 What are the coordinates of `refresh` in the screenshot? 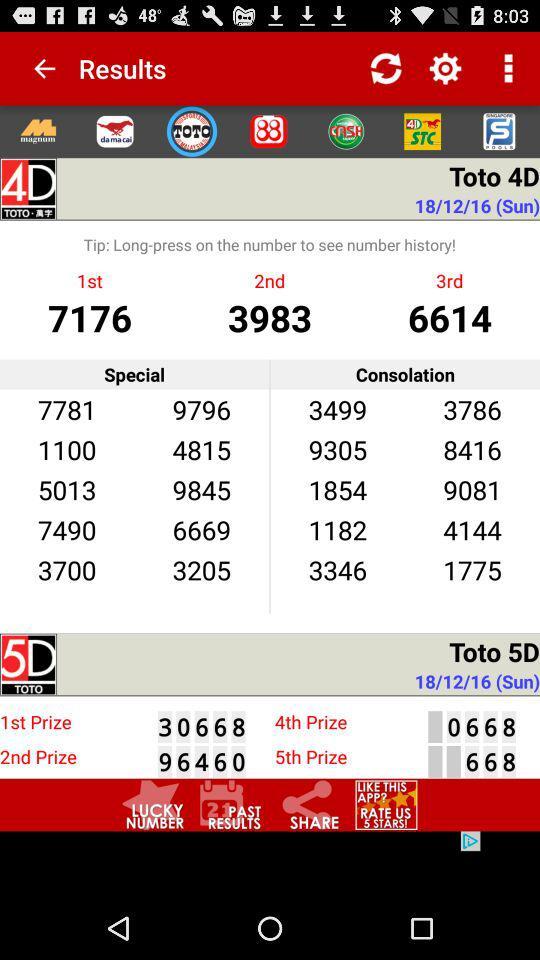 It's located at (386, 68).